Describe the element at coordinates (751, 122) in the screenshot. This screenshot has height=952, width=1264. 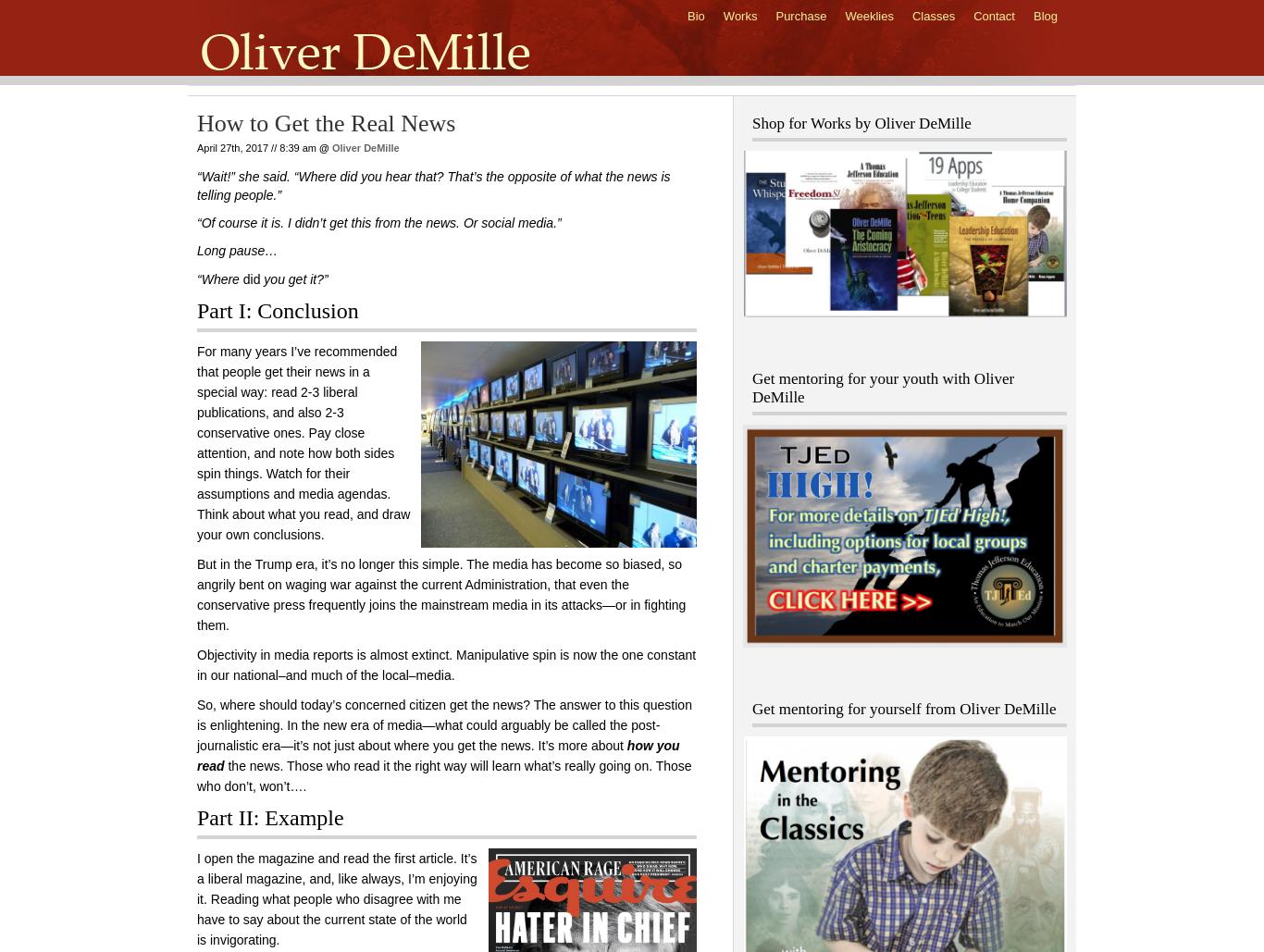
I see `'Shop for Works by Oliver DeMille'` at that location.